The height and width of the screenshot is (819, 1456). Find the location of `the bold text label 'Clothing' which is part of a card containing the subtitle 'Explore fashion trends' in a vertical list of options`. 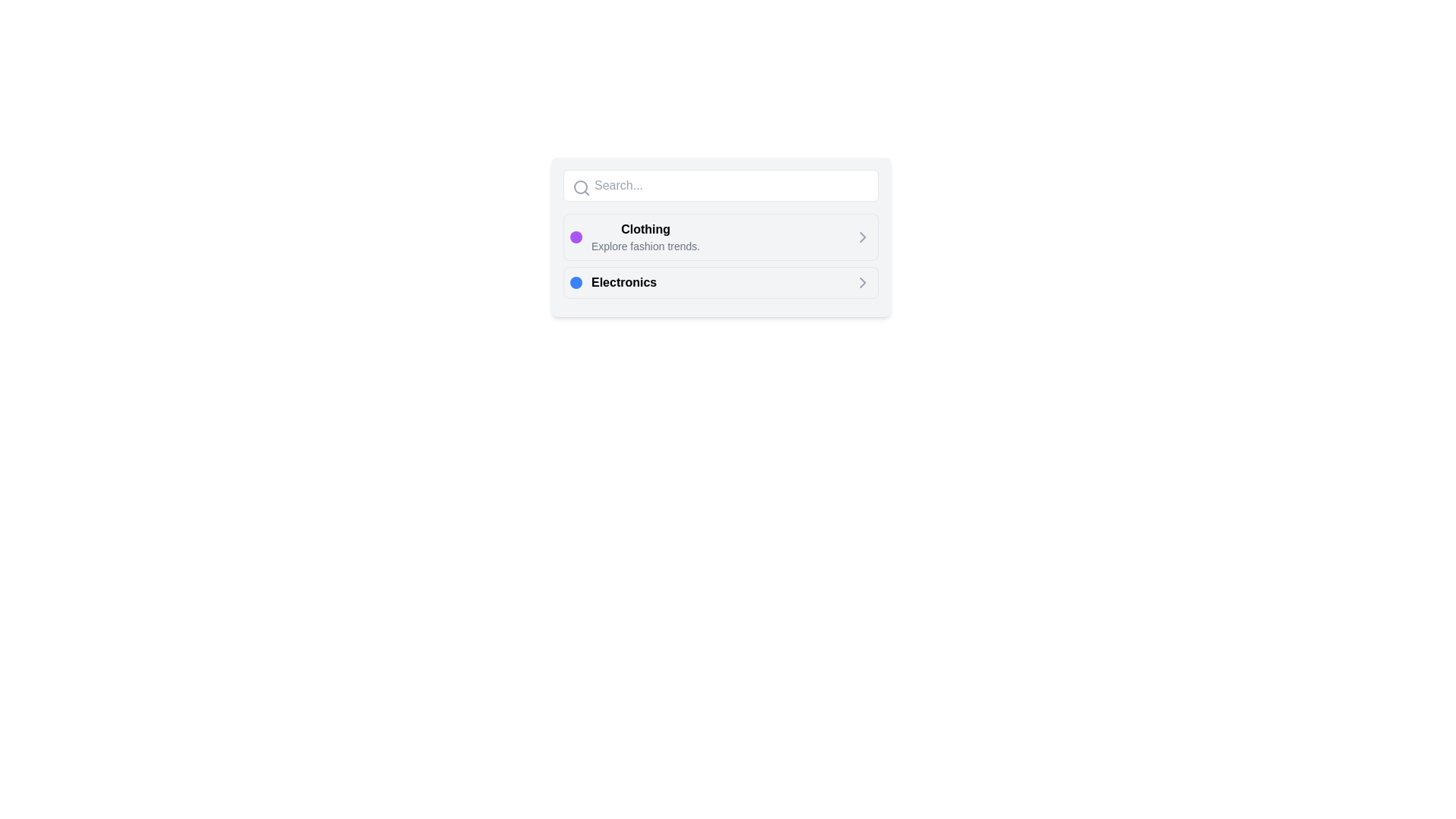

the bold text label 'Clothing' which is part of a card containing the subtitle 'Explore fashion trends' in a vertical list of options is located at coordinates (645, 230).